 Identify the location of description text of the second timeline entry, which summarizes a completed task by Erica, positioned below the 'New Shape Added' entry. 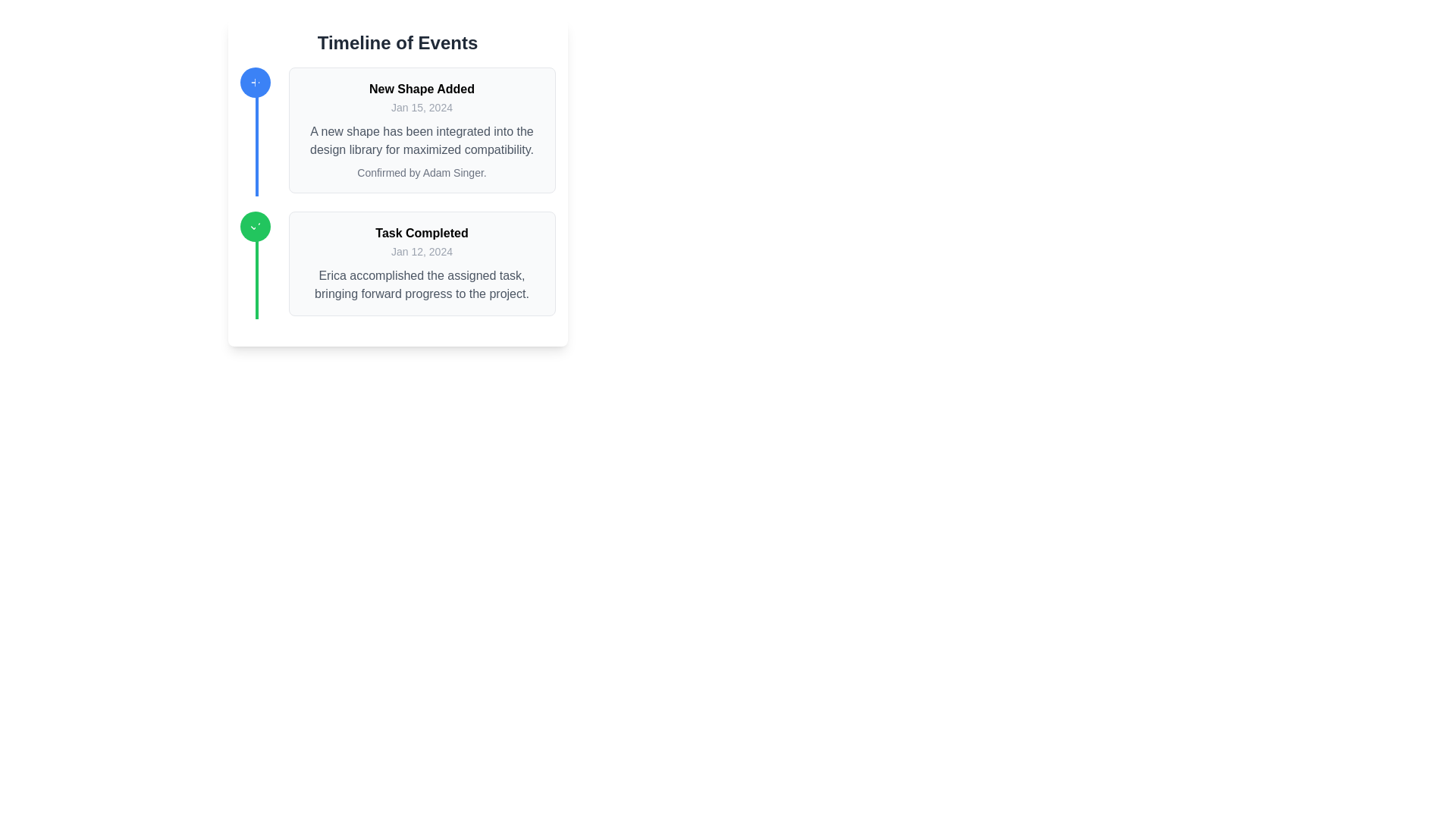
(397, 262).